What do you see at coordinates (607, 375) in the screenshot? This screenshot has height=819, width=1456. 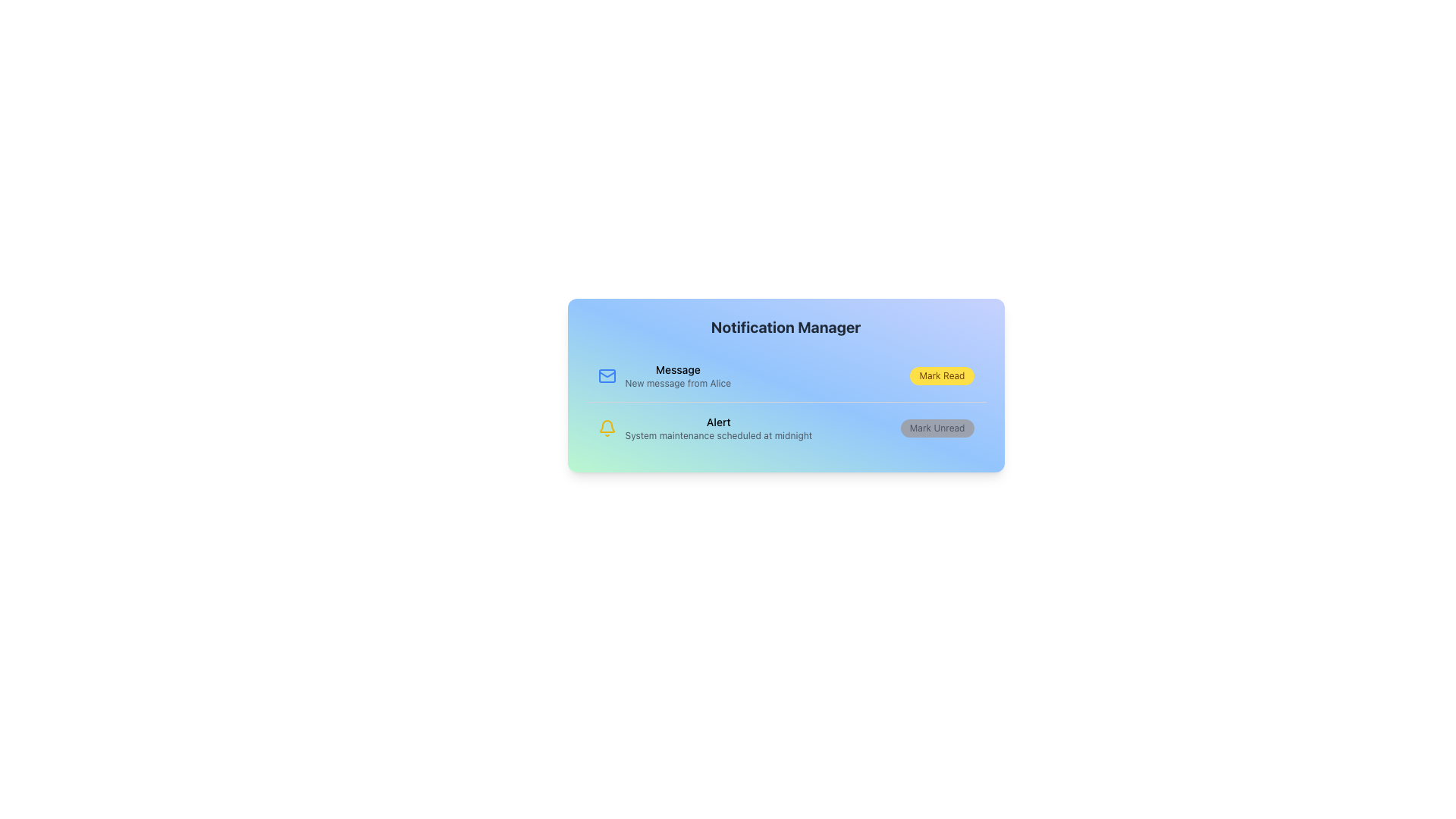 I see `the SVG icon that indicates a new message notification from Alice, located to the left of the text content` at bounding box center [607, 375].